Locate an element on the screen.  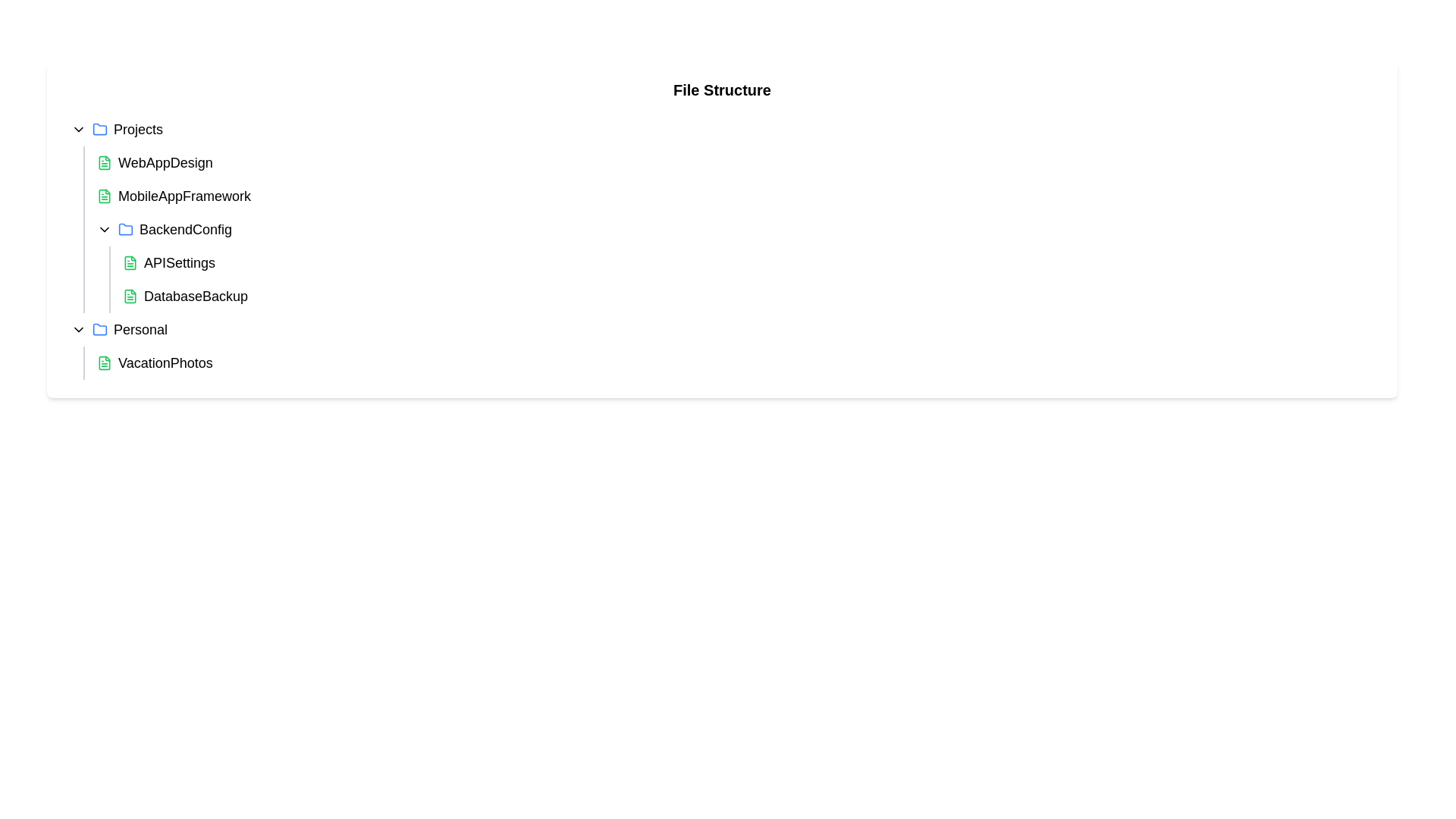
the 'MobileAppFramework' file icon located under the 'Projects' section is located at coordinates (104, 195).